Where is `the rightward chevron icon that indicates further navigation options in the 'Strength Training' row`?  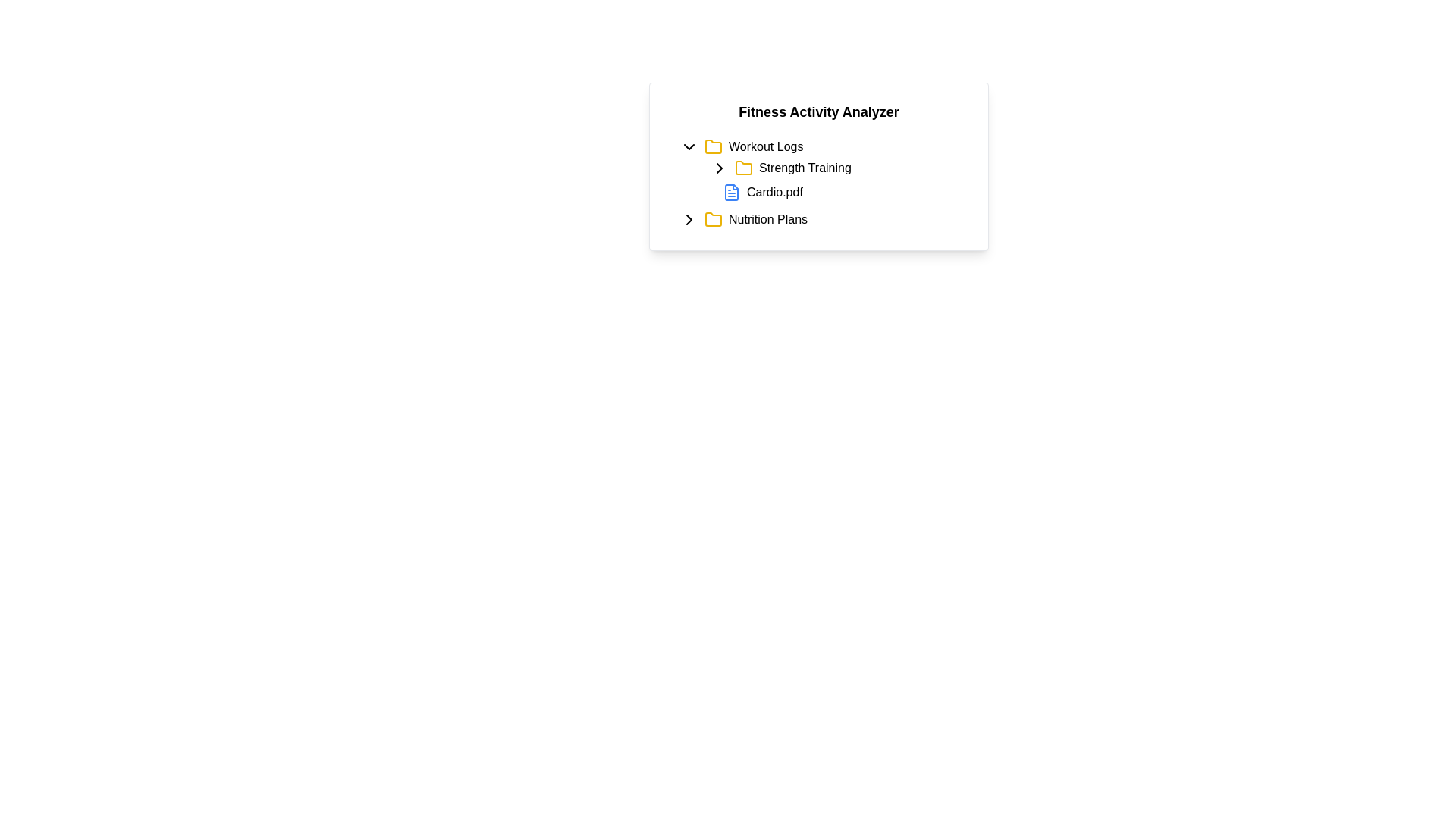
the rightward chevron icon that indicates further navigation options in the 'Strength Training' row is located at coordinates (719, 168).